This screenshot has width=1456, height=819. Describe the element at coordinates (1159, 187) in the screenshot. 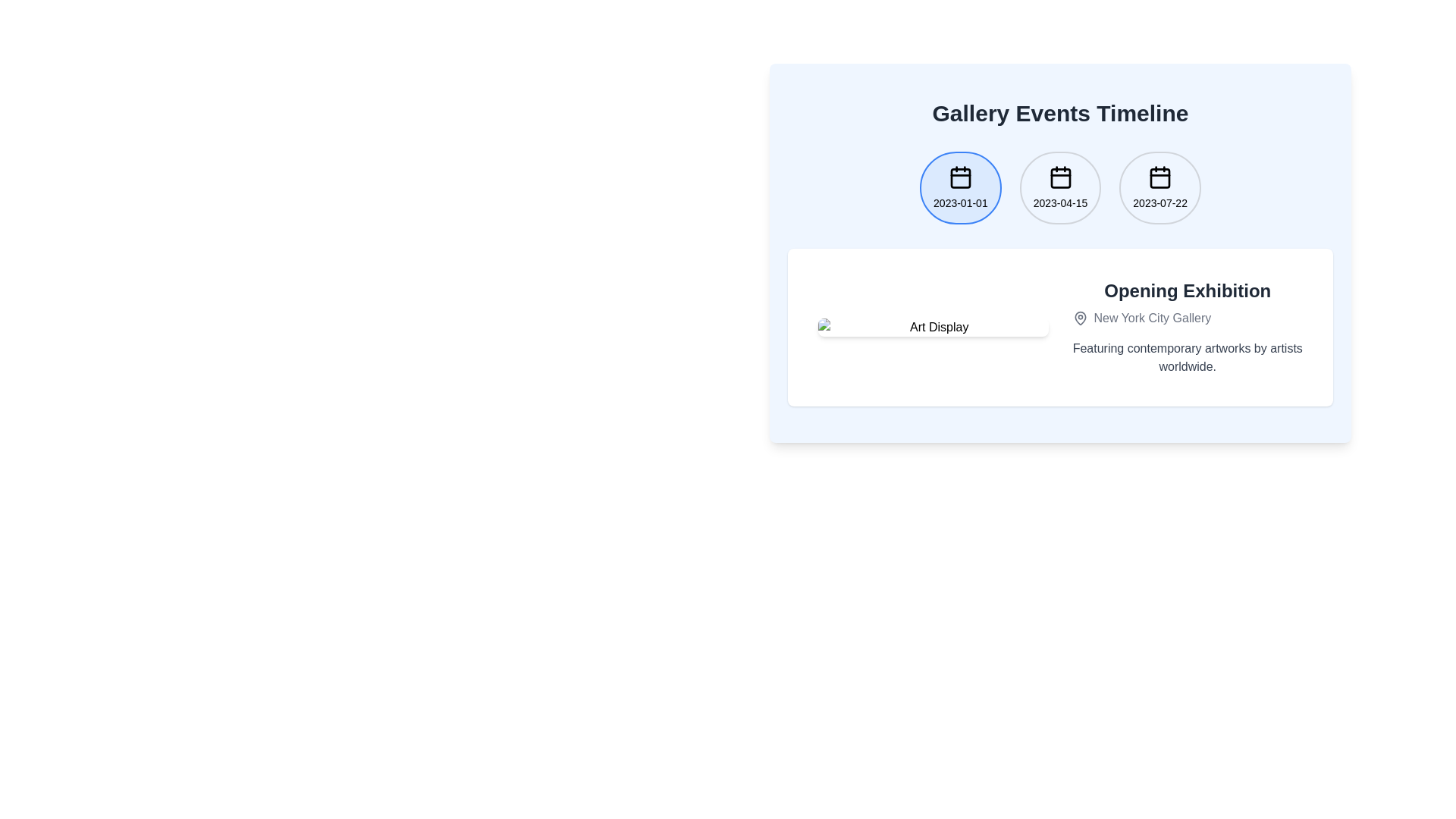

I see `the date selector button in the 'Gallery Events Timeline' section` at that location.